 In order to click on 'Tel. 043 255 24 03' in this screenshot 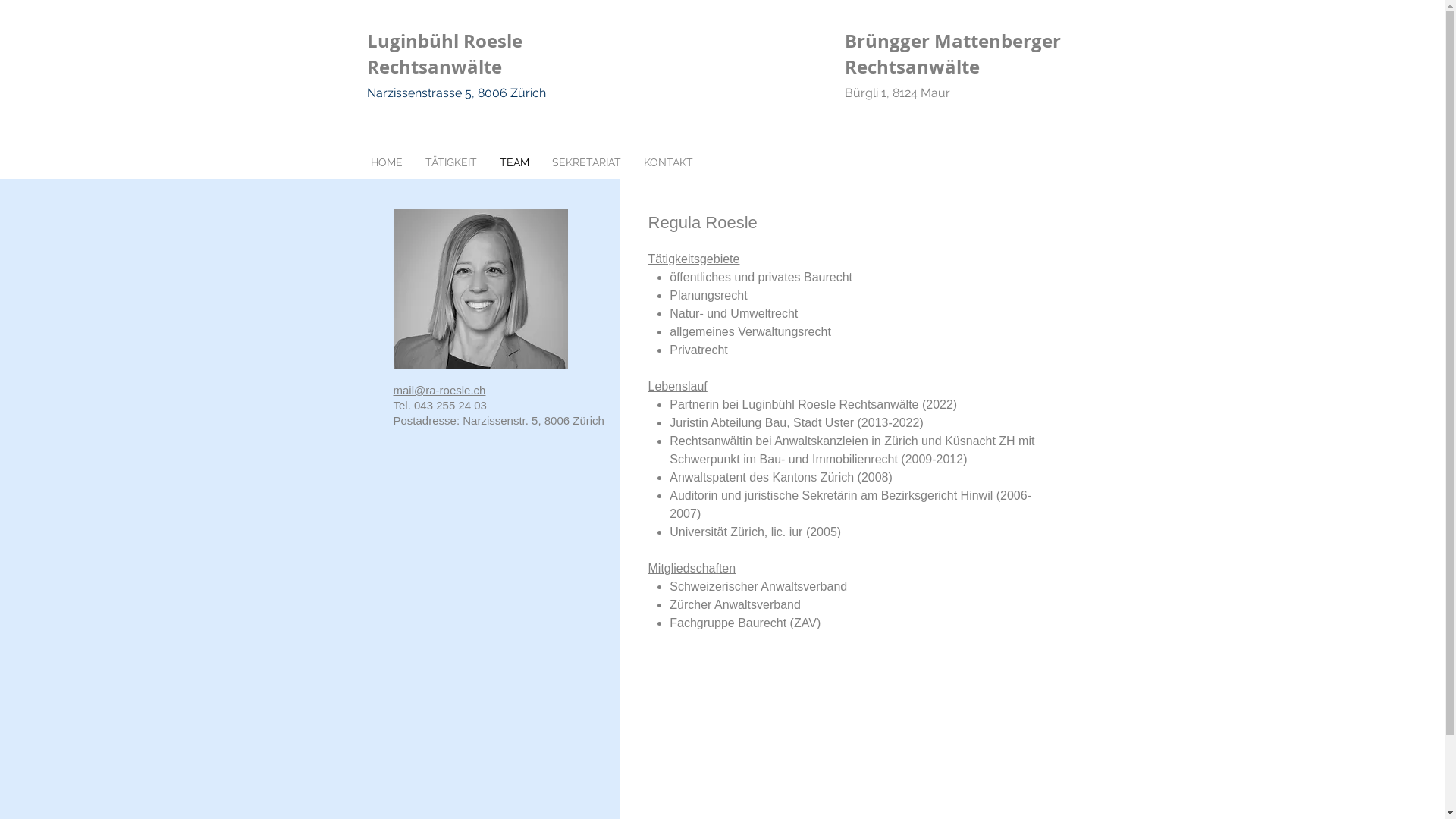, I will do `click(438, 404)`.